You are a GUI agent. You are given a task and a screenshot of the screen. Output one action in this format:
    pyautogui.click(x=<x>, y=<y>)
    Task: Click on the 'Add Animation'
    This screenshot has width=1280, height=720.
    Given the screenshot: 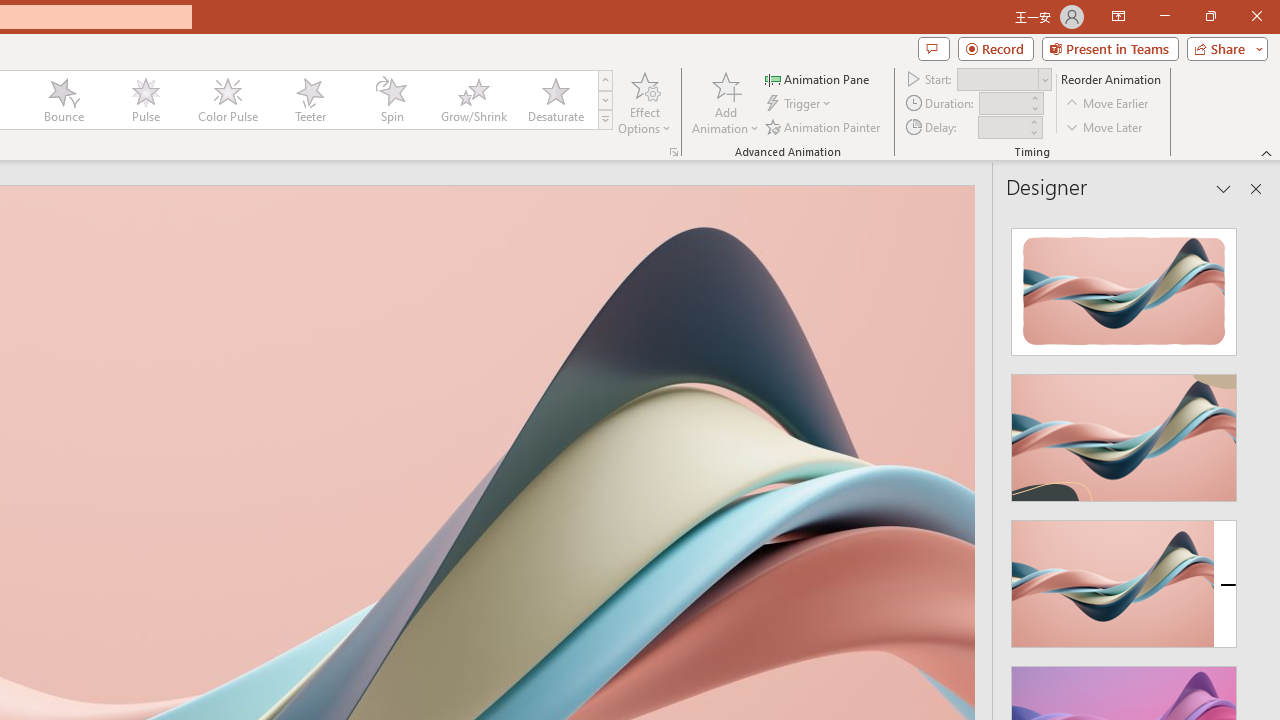 What is the action you would take?
    pyautogui.click(x=724, y=103)
    